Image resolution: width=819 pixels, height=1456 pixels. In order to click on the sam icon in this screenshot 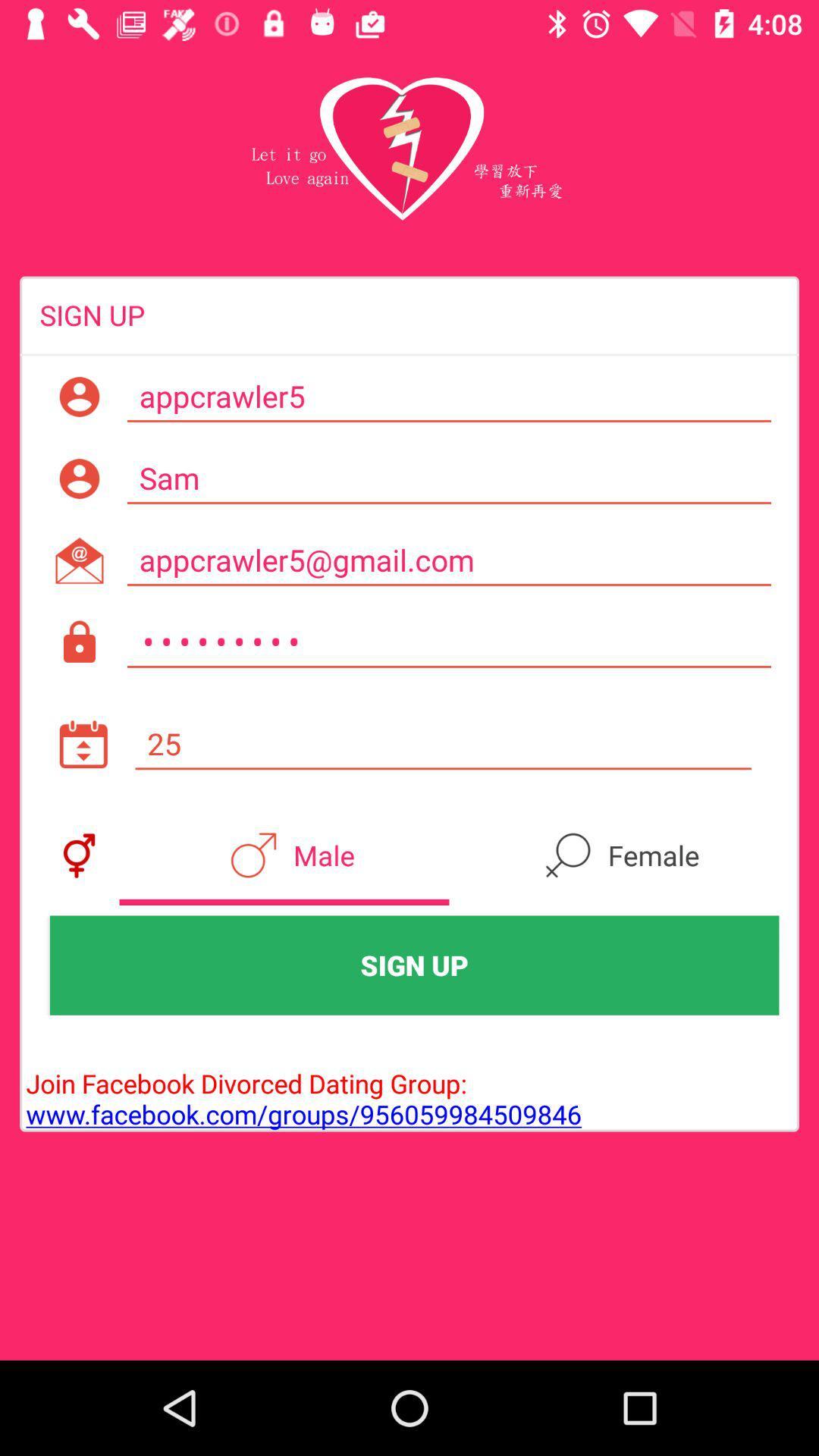, I will do `click(448, 478)`.